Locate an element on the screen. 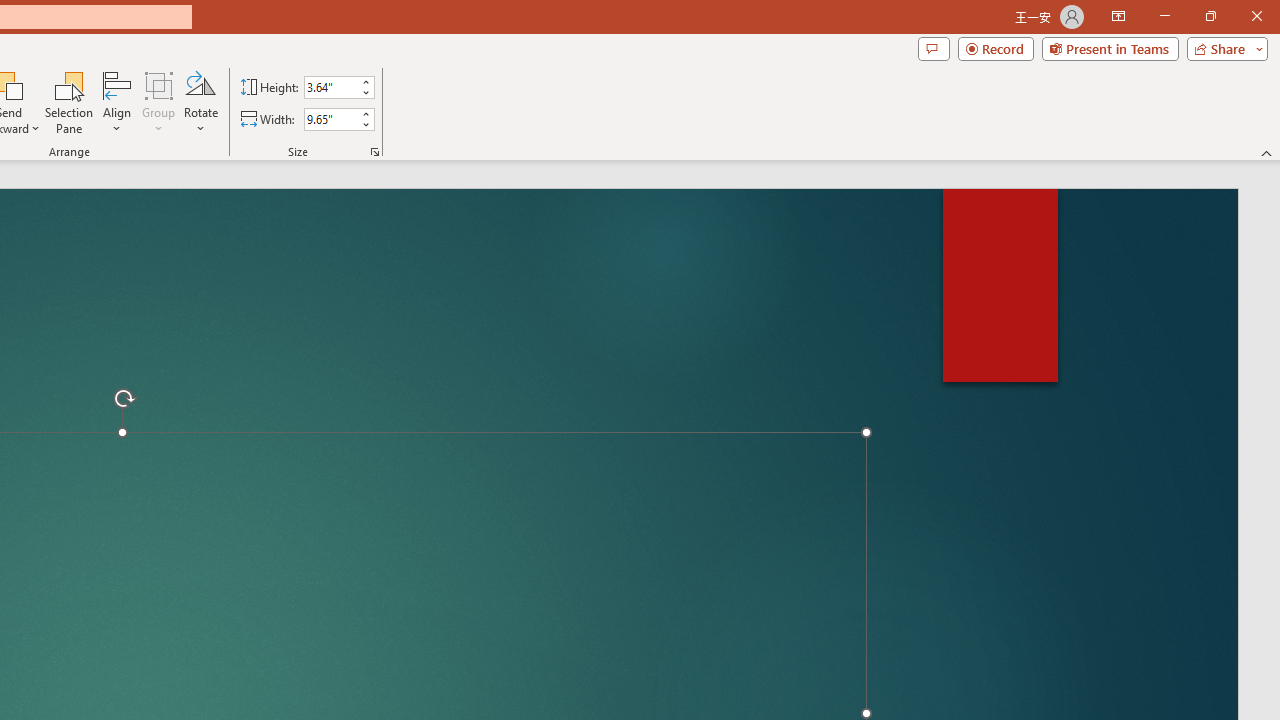 This screenshot has height=720, width=1280. 'Shape Height' is located at coordinates (330, 86).